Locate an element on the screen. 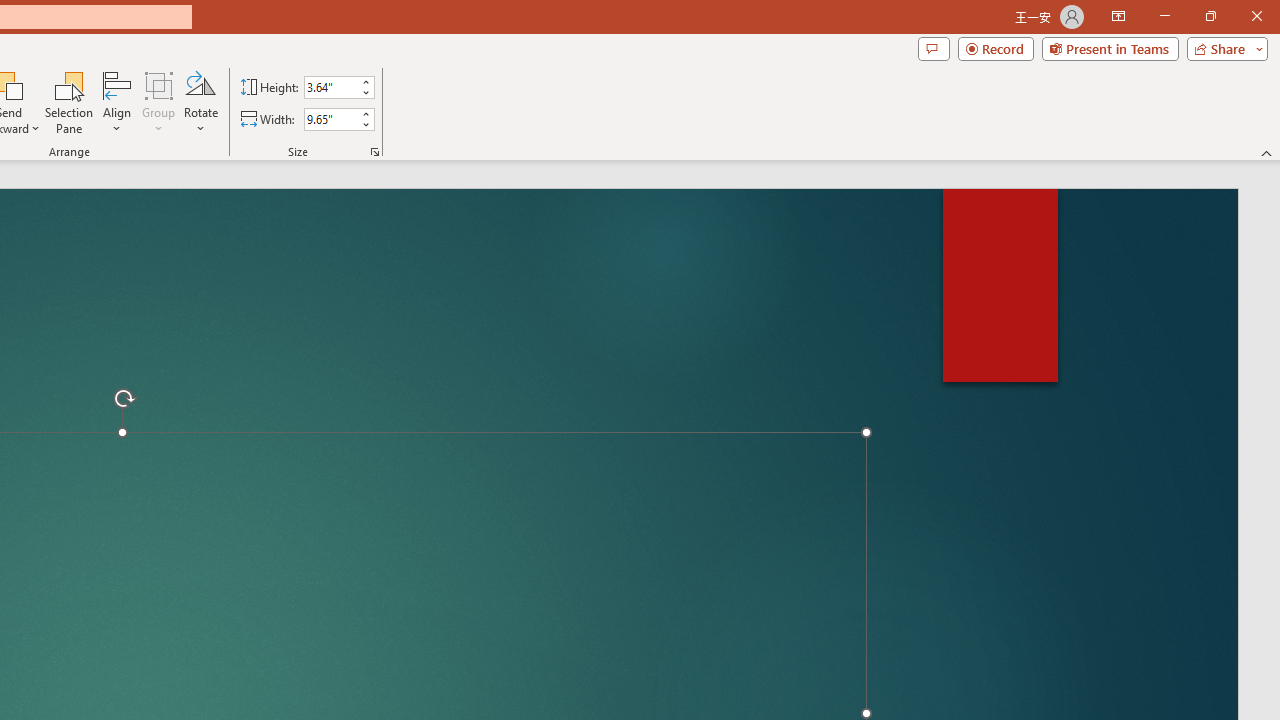 This screenshot has height=720, width=1280. 'Shape Height' is located at coordinates (330, 86).